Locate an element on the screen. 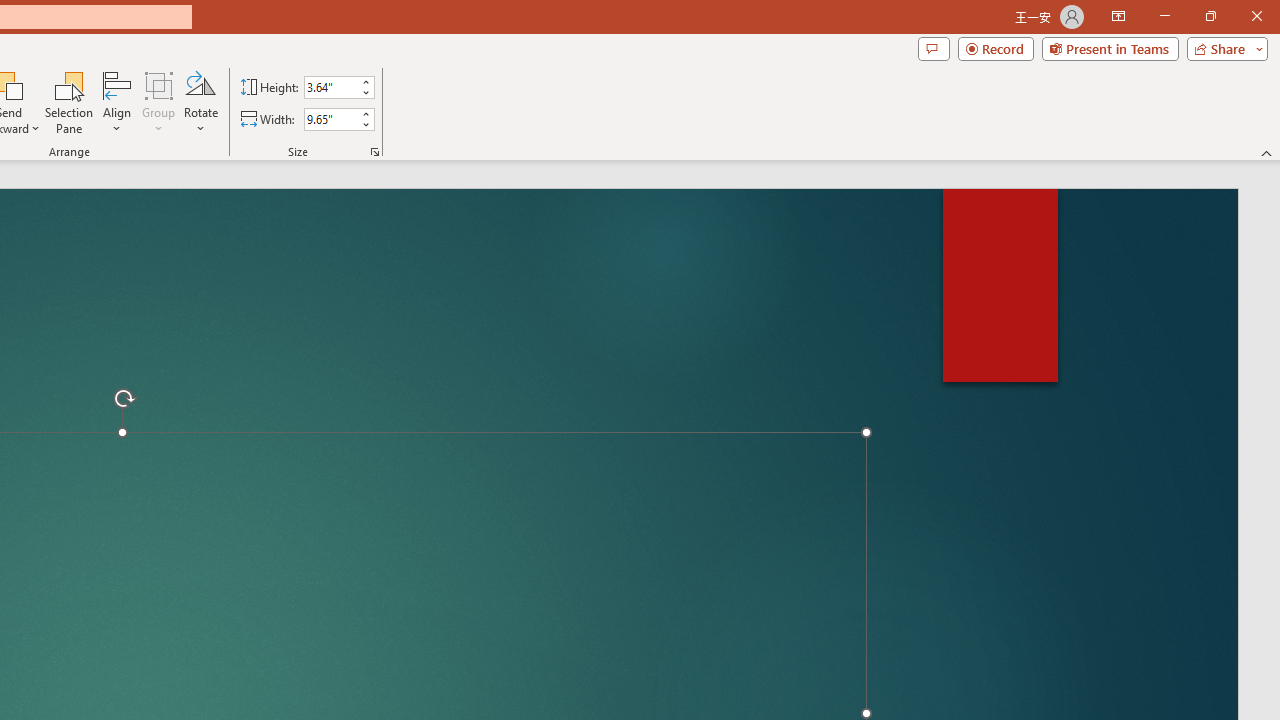 This screenshot has height=720, width=1280. 'Shape Height' is located at coordinates (330, 86).